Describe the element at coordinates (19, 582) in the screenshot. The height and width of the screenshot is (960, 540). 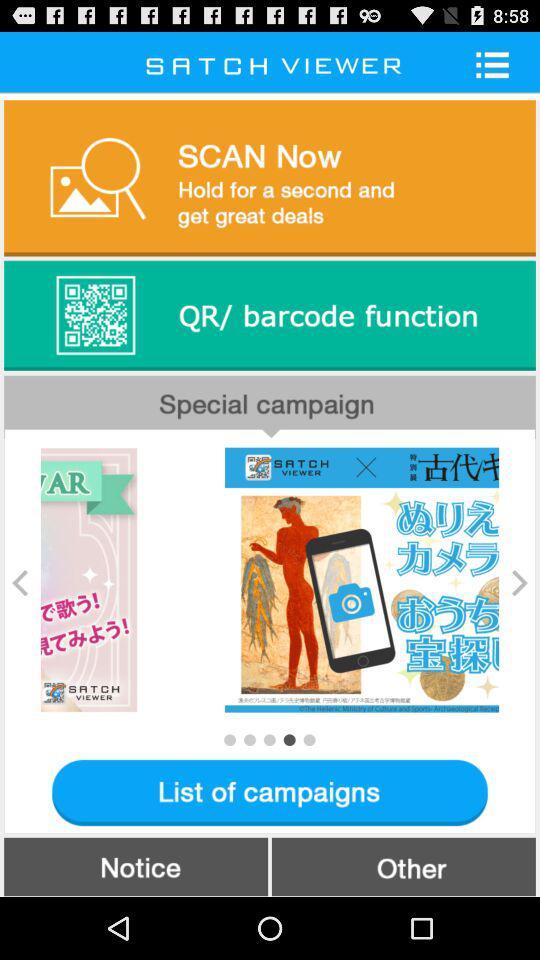
I see `icon on the left` at that location.